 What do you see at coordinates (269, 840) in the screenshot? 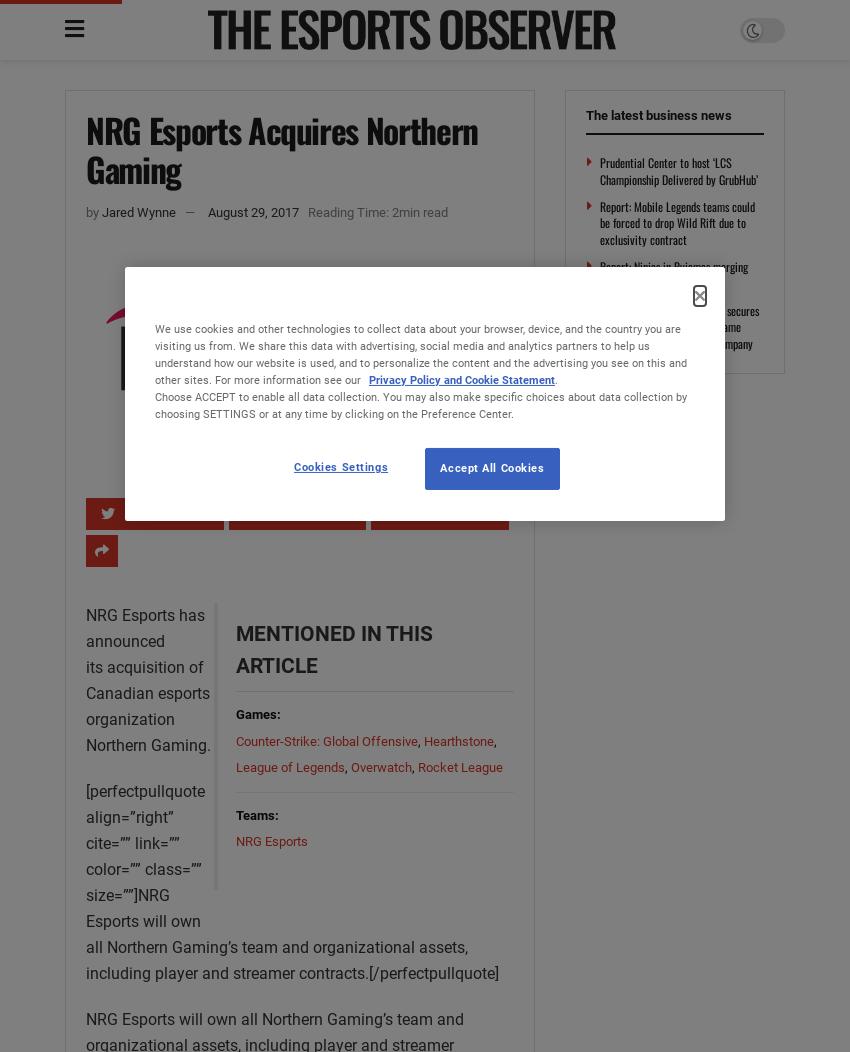
I see `'NRG Esports'` at bounding box center [269, 840].